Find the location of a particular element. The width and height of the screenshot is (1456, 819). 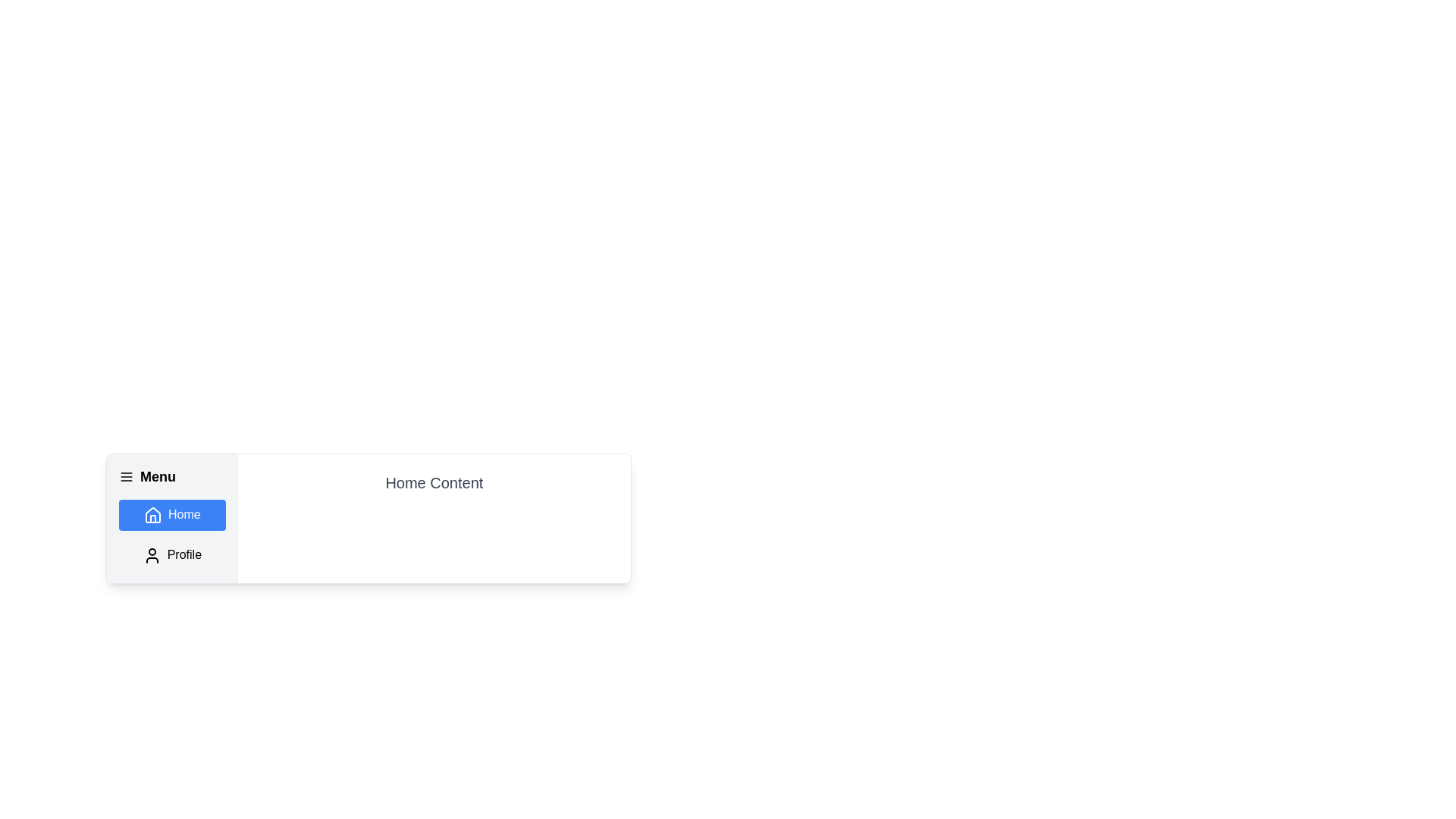

the label with icon located at the top-left corner of the vertical navigation panel, which serves as an indicator for accessing menu options is located at coordinates (172, 475).